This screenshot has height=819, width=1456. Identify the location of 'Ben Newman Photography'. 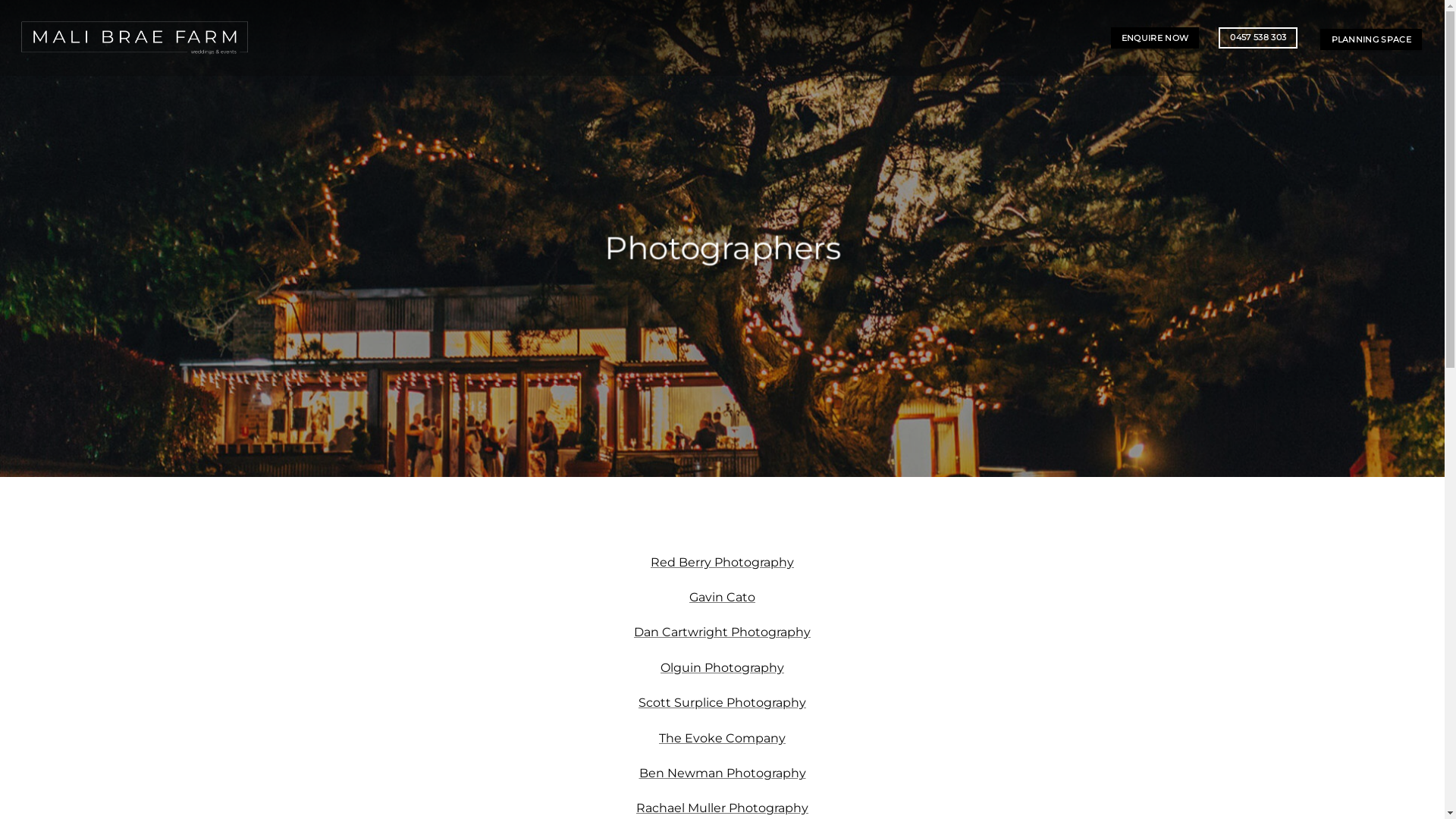
(638, 773).